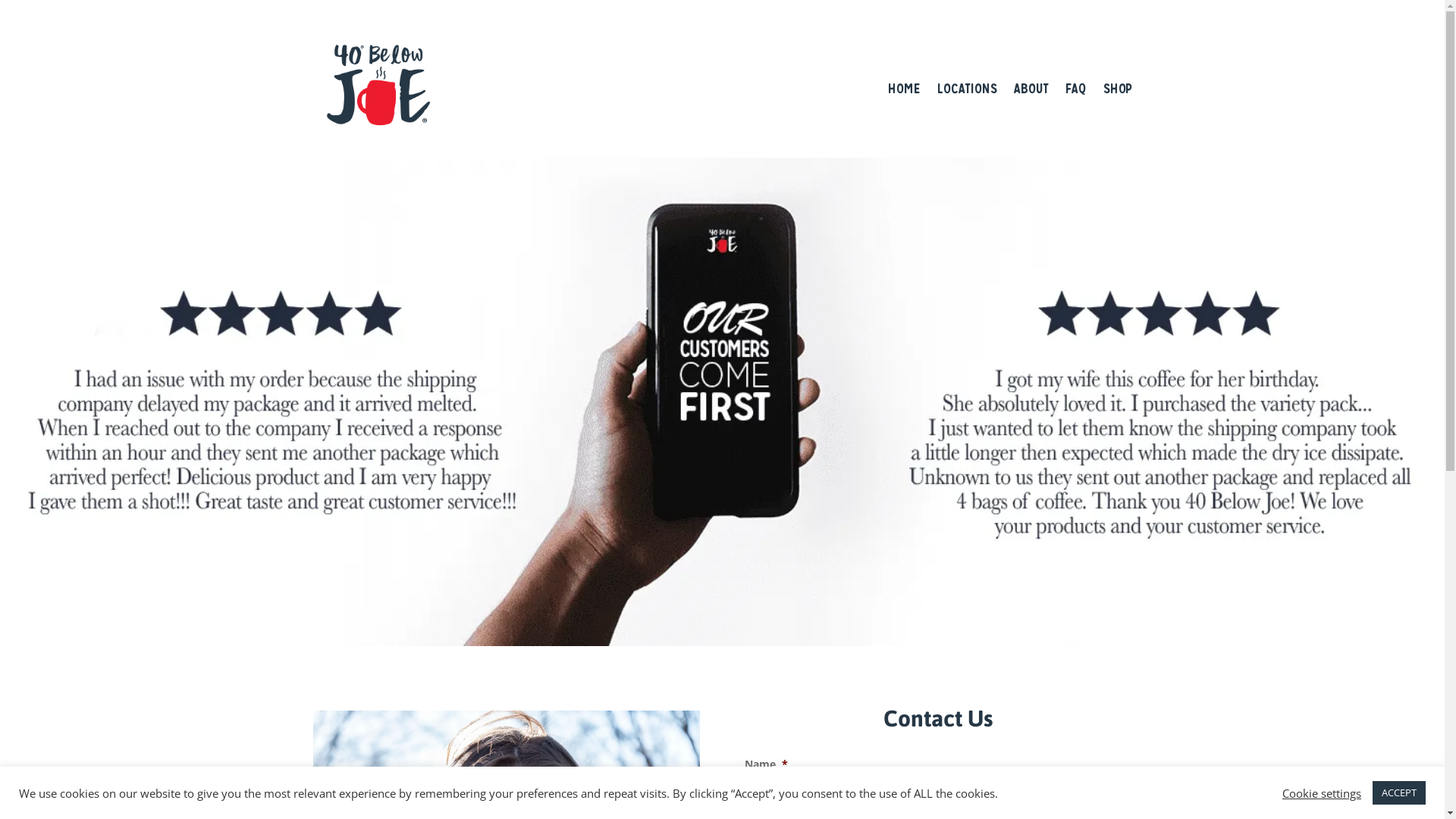 Image resolution: width=1456 pixels, height=819 pixels. Describe the element at coordinates (1117, 89) in the screenshot. I see `'SHOP'` at that location.